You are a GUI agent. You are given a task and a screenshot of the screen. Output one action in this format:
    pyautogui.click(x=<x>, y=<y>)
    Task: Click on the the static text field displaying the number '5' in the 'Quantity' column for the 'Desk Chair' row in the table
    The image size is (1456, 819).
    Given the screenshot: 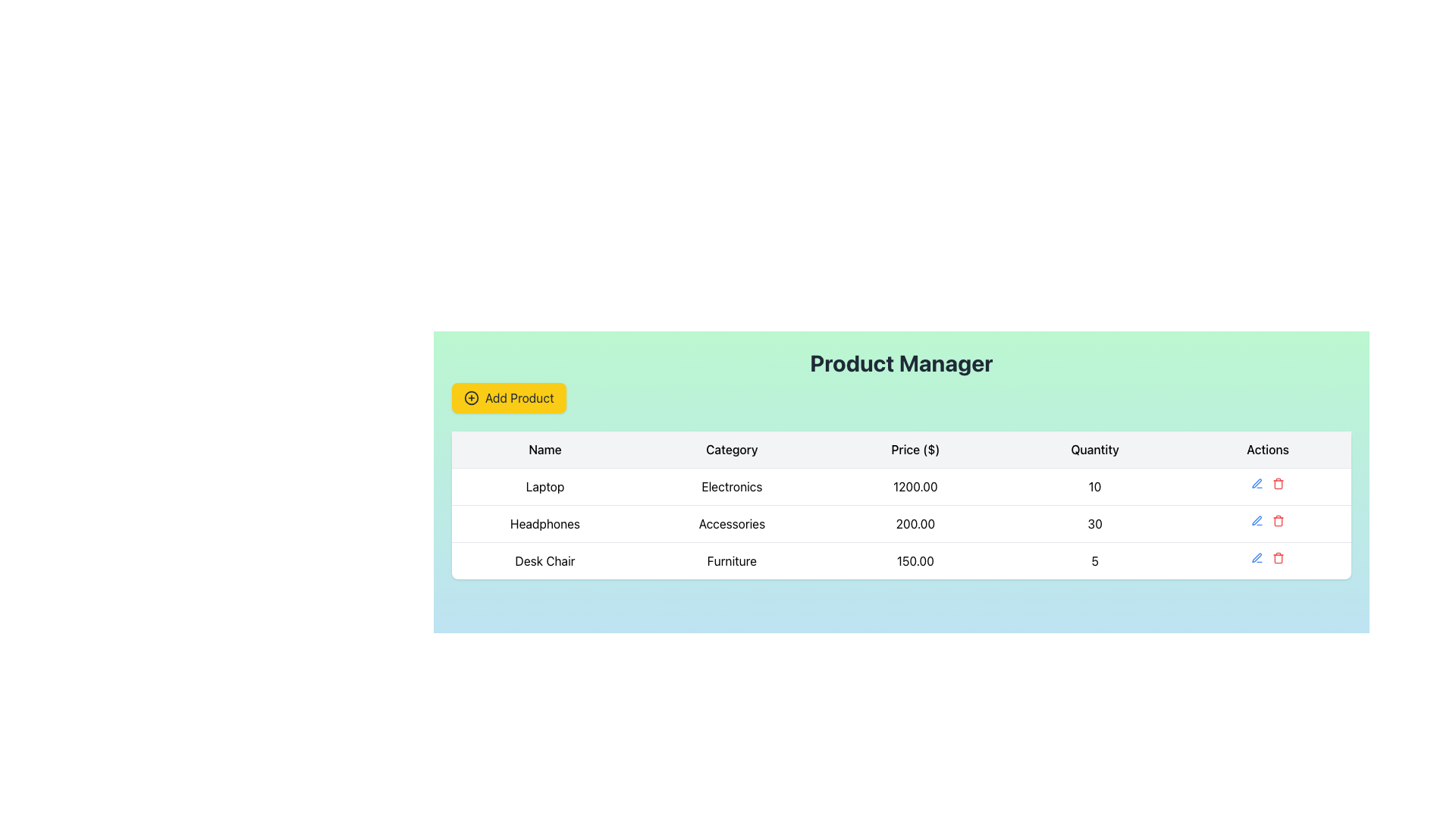 What is the action you would take?
    pyautogui.click(x=1095, y=560)
    